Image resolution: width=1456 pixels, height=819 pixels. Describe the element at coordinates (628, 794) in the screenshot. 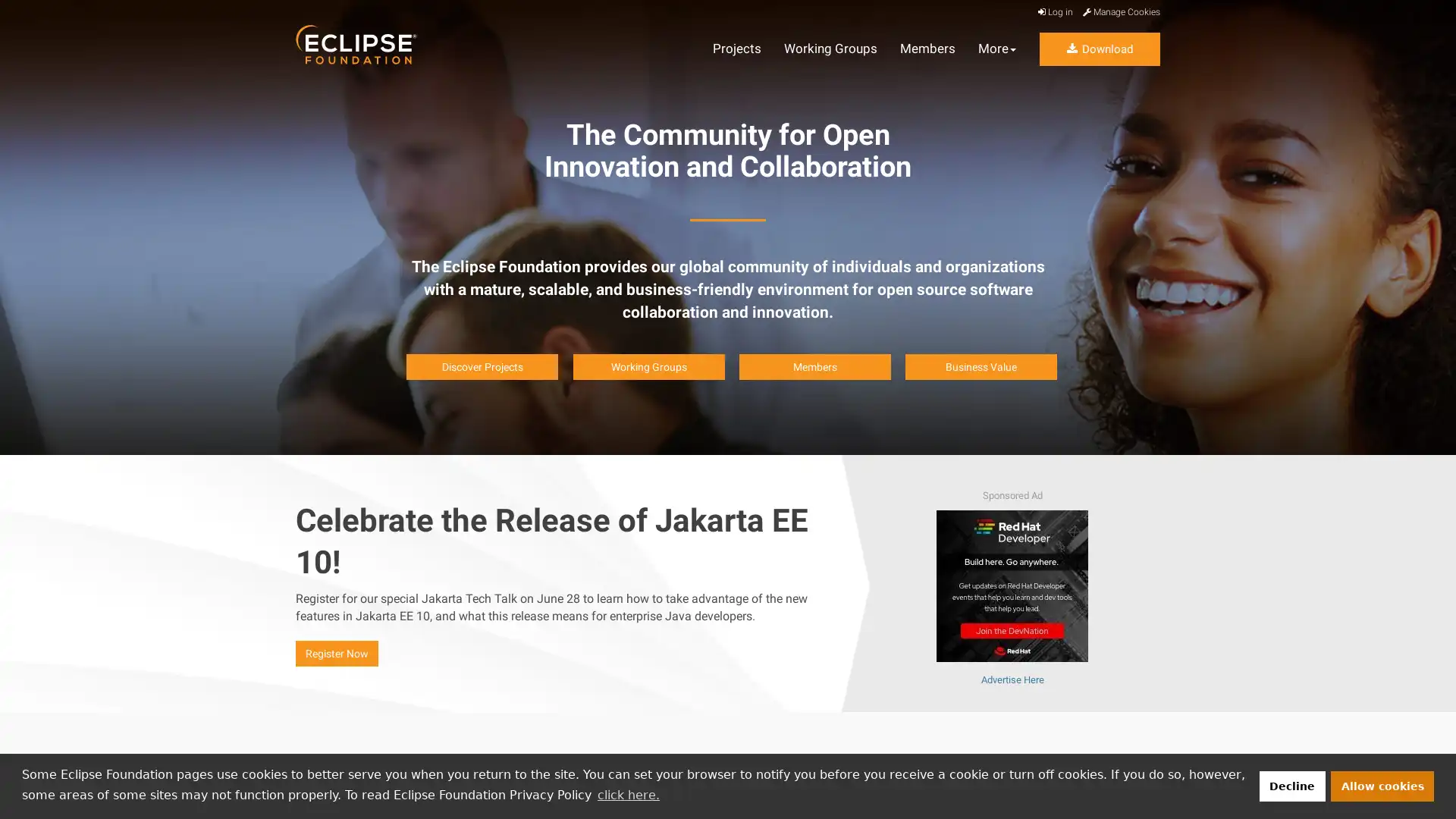

I see `learn more about cookies` at that location.